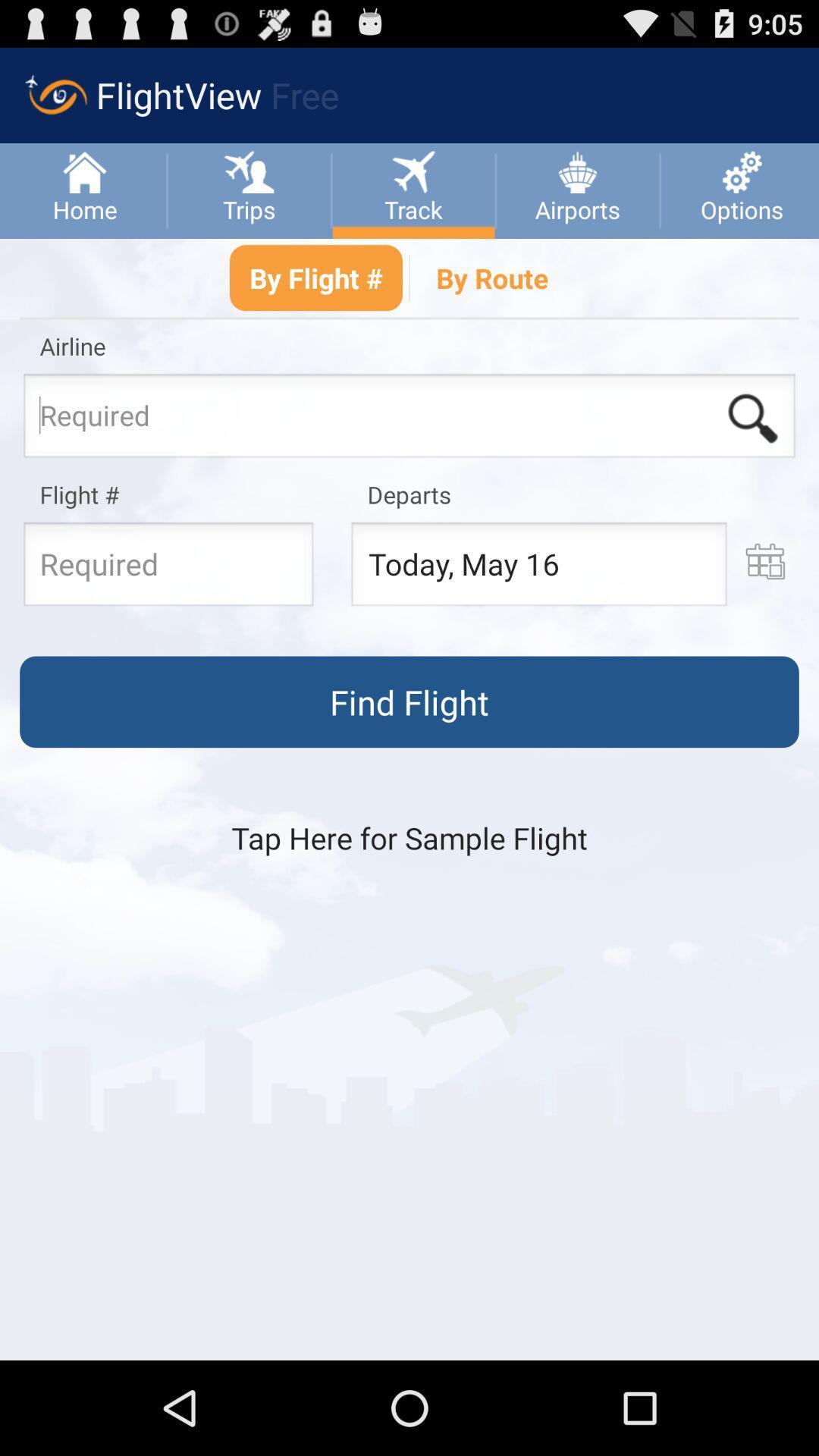 The height and width of the screenshot is (1456, 819). Describe the element at coordinates (248, 170) in the screenshot. I see `the option which is right side of home option` at that location.